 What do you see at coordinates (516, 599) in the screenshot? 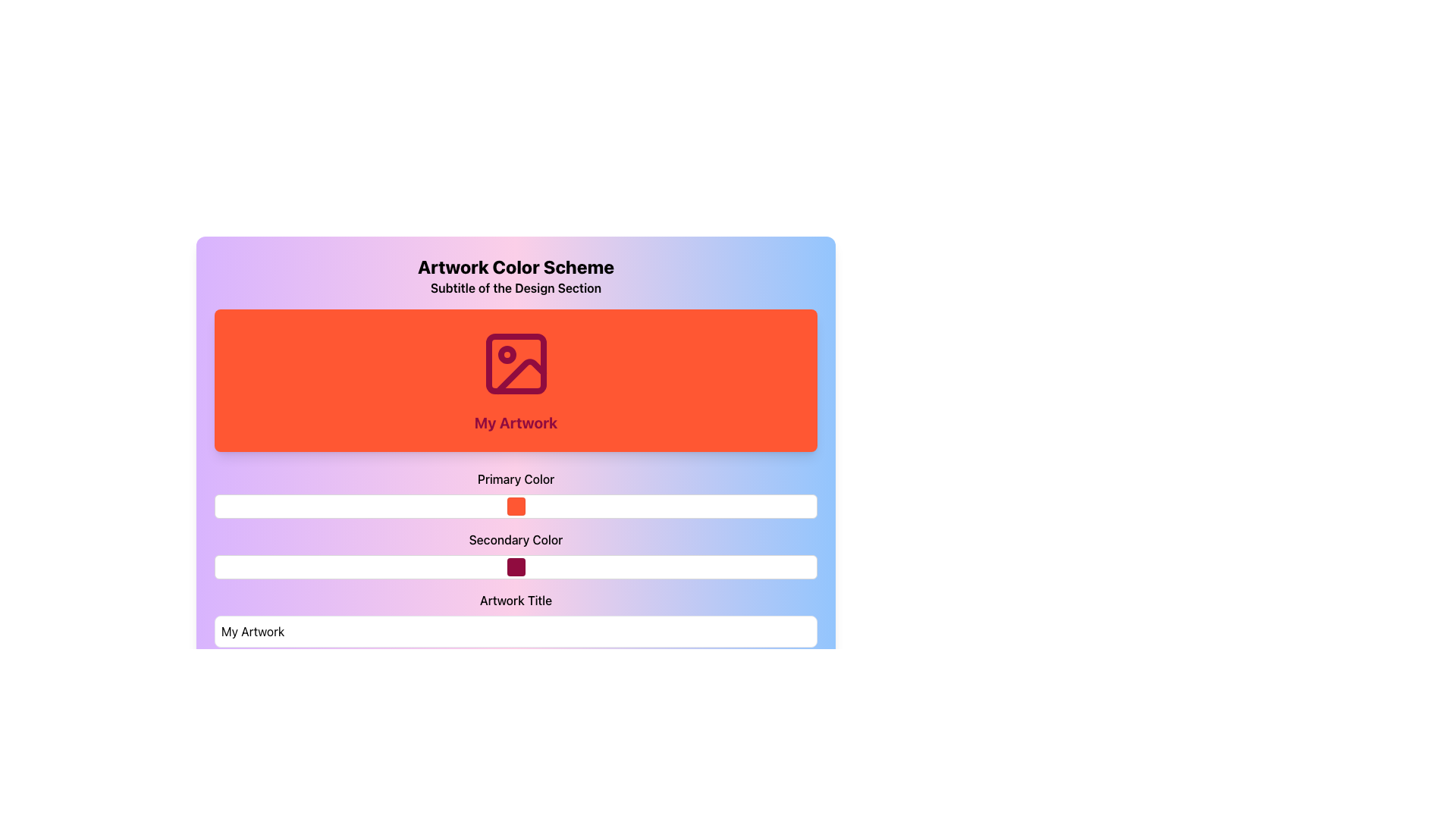
I see `label displaying 'Artwork Title' which is prominently positioned above the input field labeled 'My Artwork'` at bounding box center [516, 599].